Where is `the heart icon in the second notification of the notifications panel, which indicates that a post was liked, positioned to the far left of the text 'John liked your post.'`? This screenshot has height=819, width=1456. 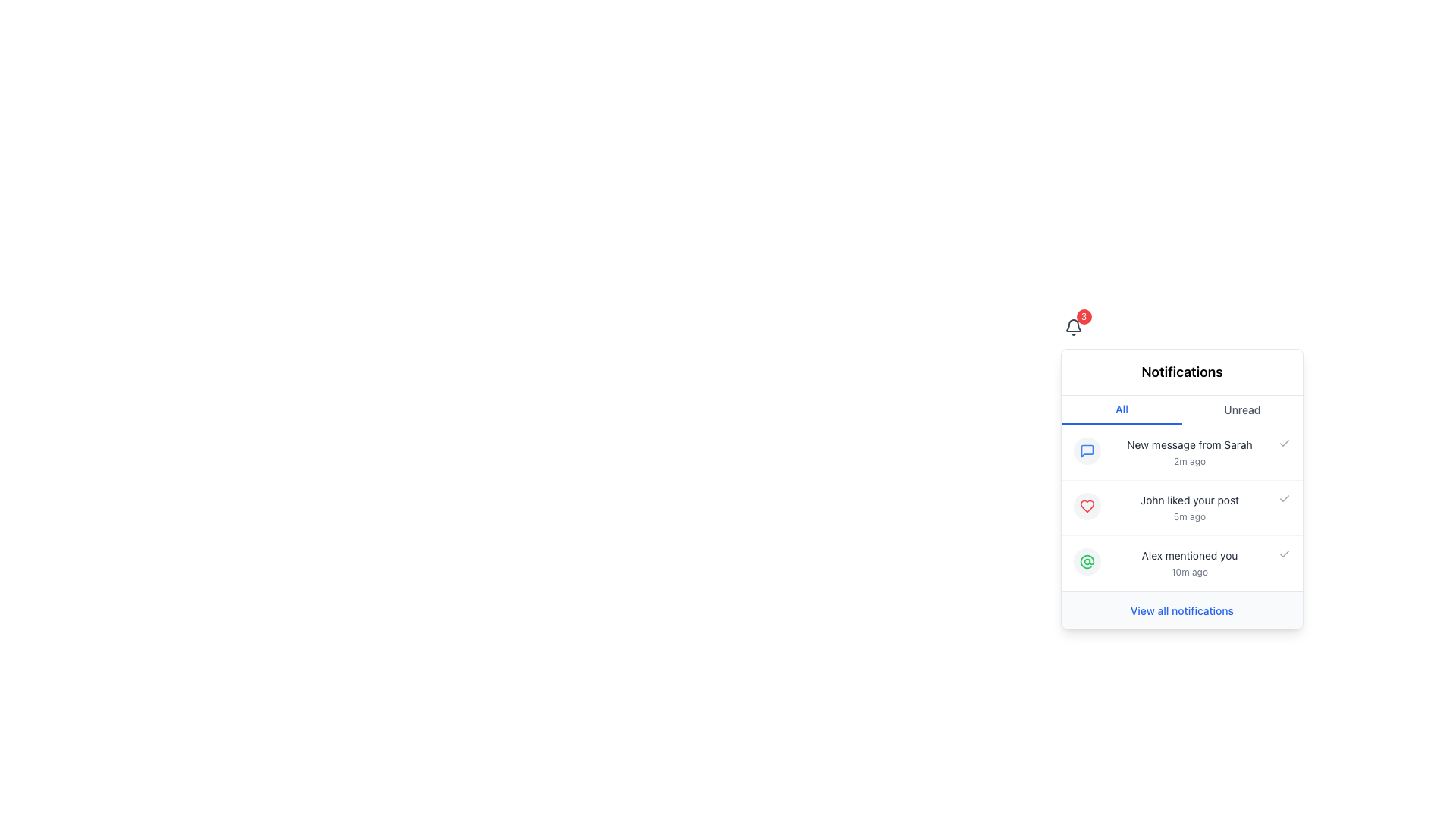
the heart icon in the second notification of the notifications panel, which indicates that a post was liked, positioned to the far left of the text 'John liked your post.' is located at coordinates (1087, 506).